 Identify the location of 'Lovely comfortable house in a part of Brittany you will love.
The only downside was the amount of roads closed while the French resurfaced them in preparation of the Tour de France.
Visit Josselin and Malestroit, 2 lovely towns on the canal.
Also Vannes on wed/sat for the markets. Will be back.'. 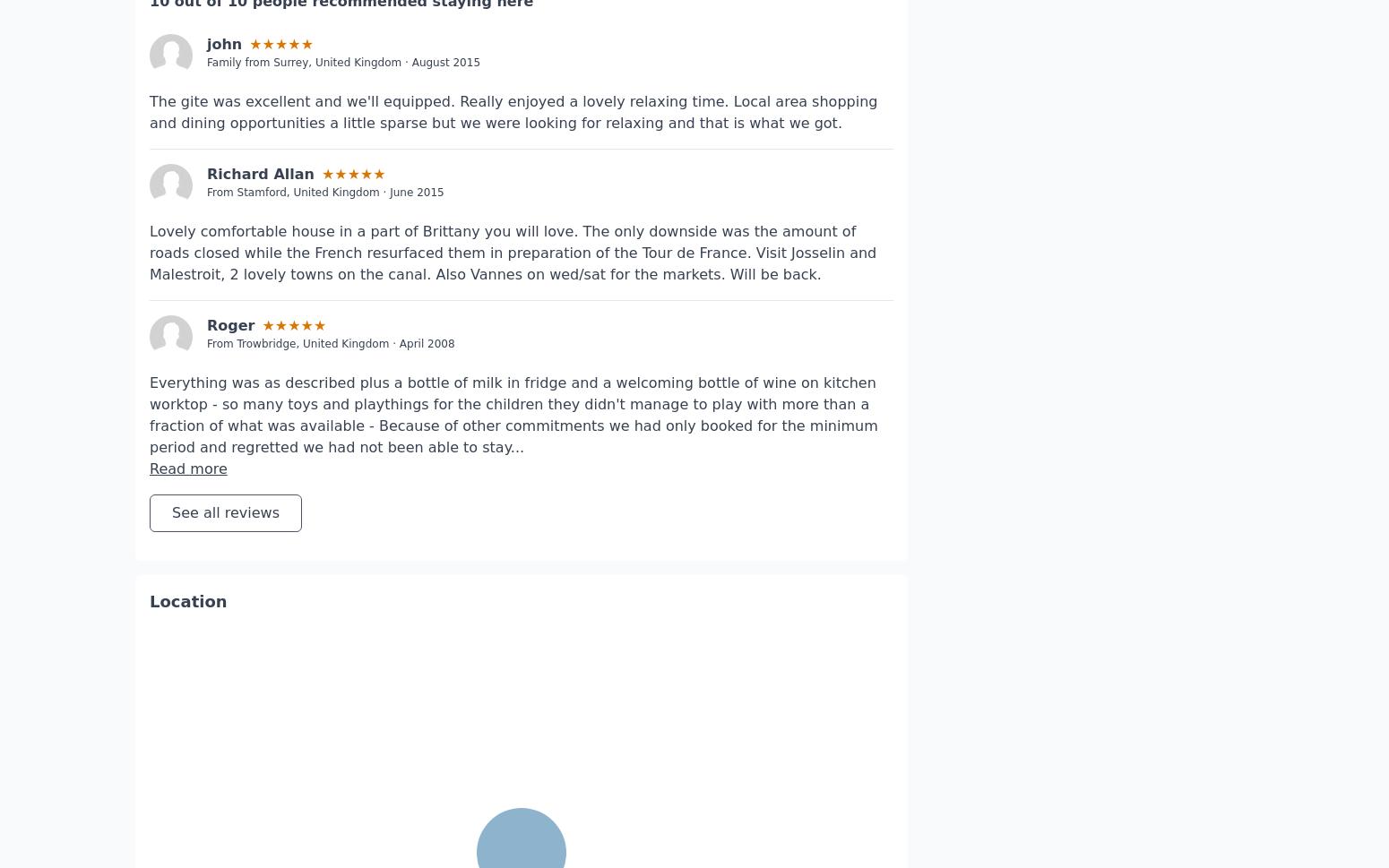
(148, 198).